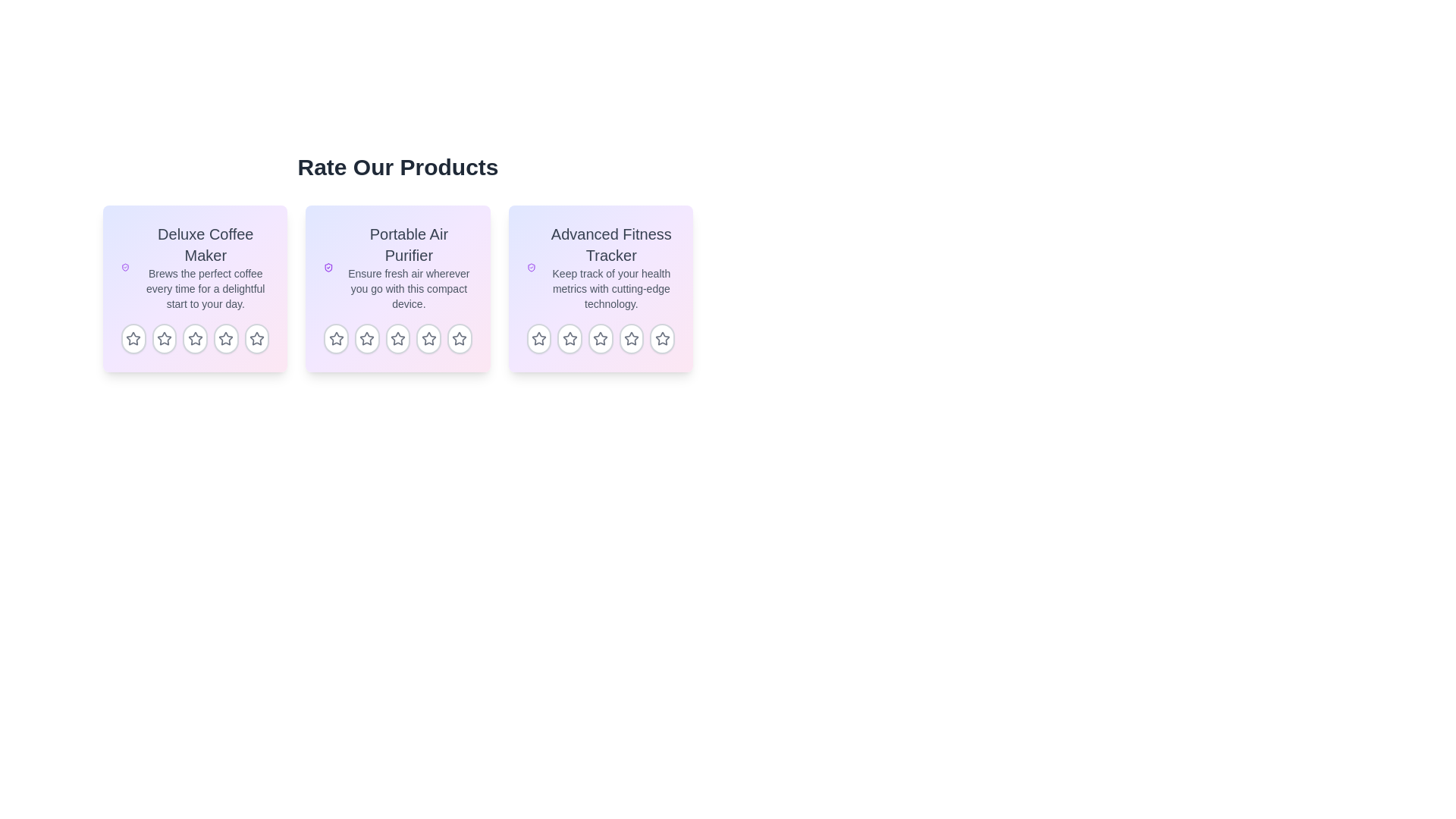 This screenshot has width=1456, height=819. Describe the element at coordinates (632, 337) in the screenshot. I see `the fourth star icon in the rating system for the 'Advanced Fitness Tracker'` at that location.